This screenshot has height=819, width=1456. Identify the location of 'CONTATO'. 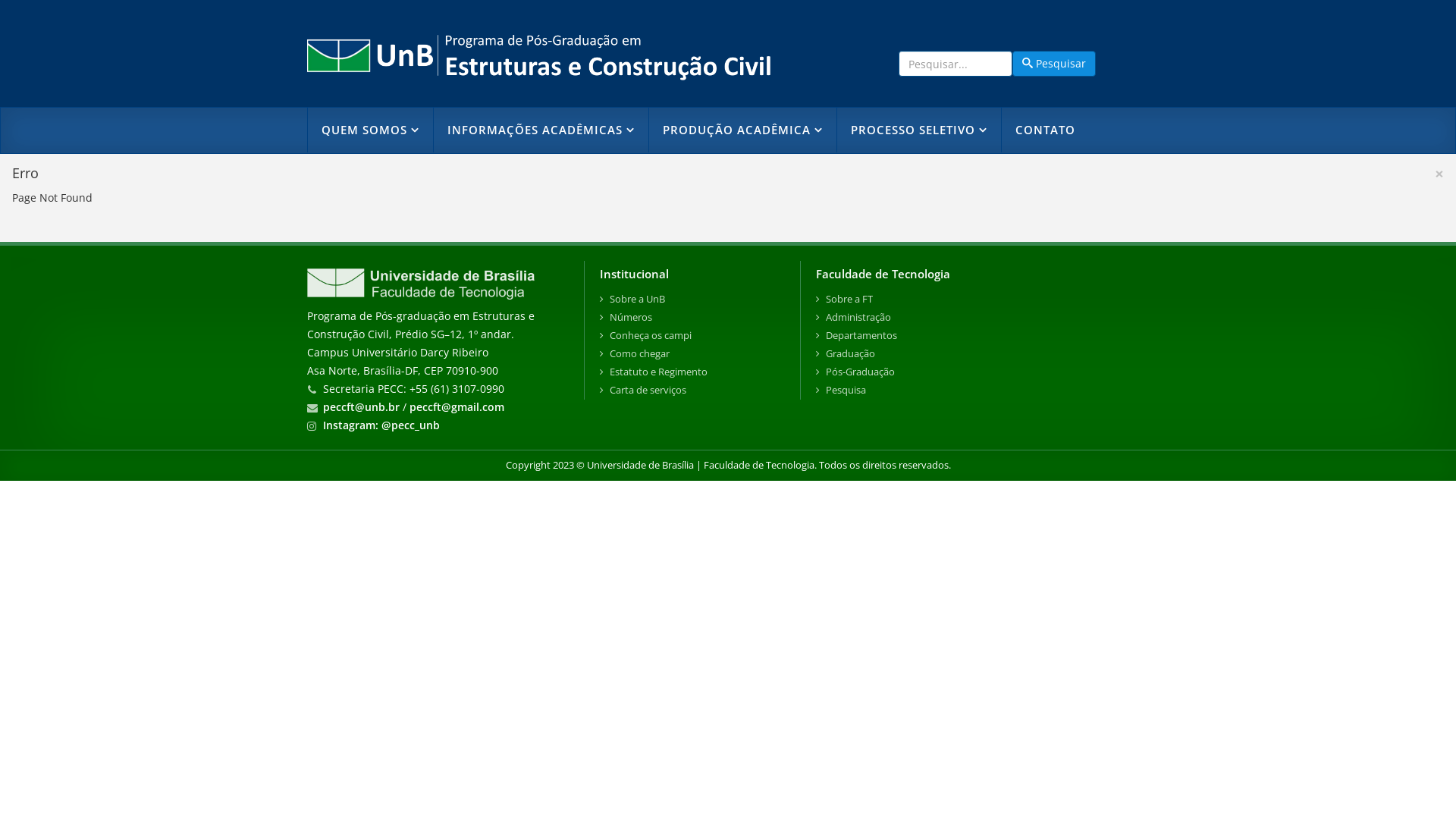
(1043, 129).